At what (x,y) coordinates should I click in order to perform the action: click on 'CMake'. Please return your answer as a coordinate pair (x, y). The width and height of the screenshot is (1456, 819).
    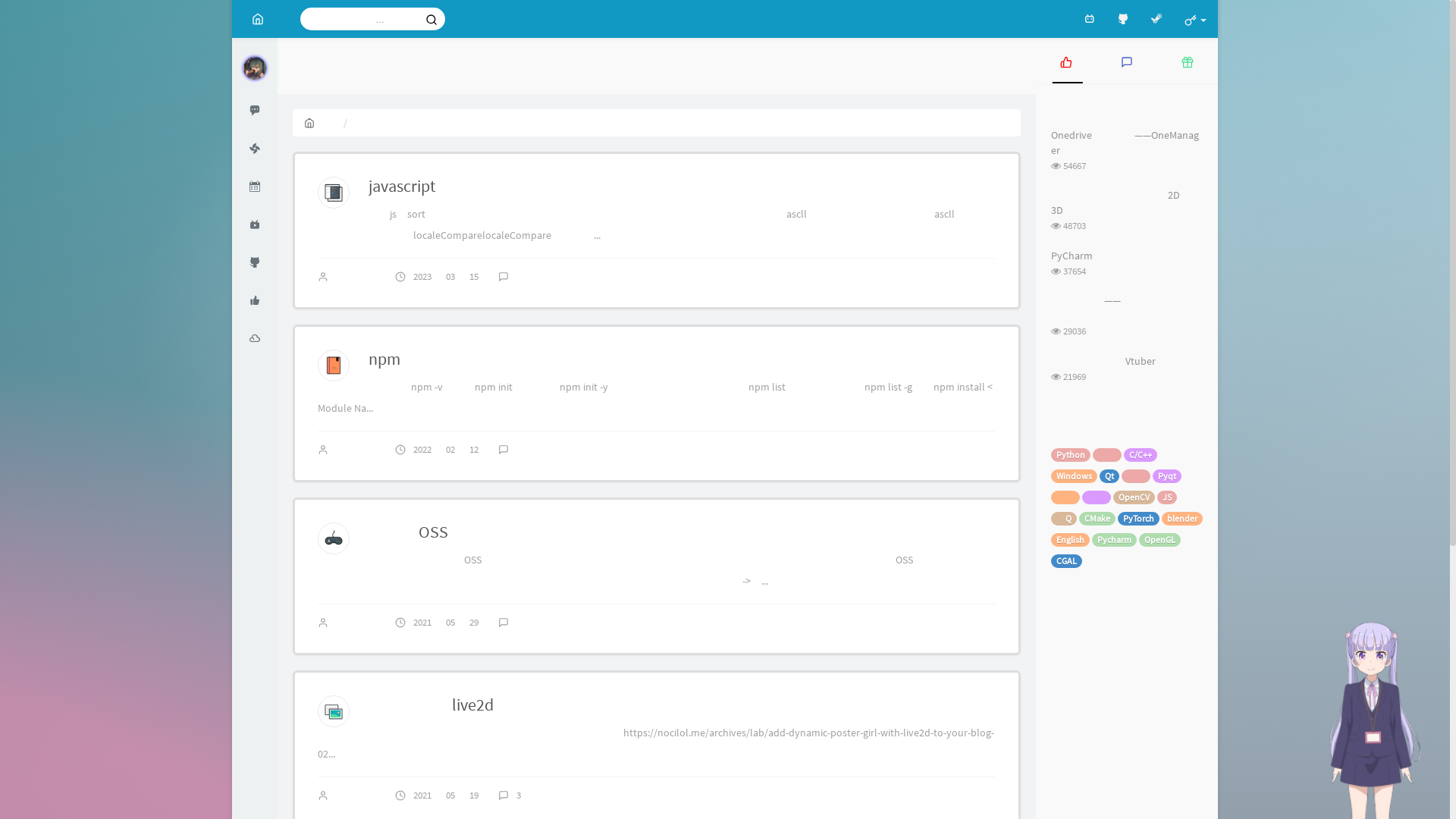
    Looking at the image, I should click on (1097, 517).